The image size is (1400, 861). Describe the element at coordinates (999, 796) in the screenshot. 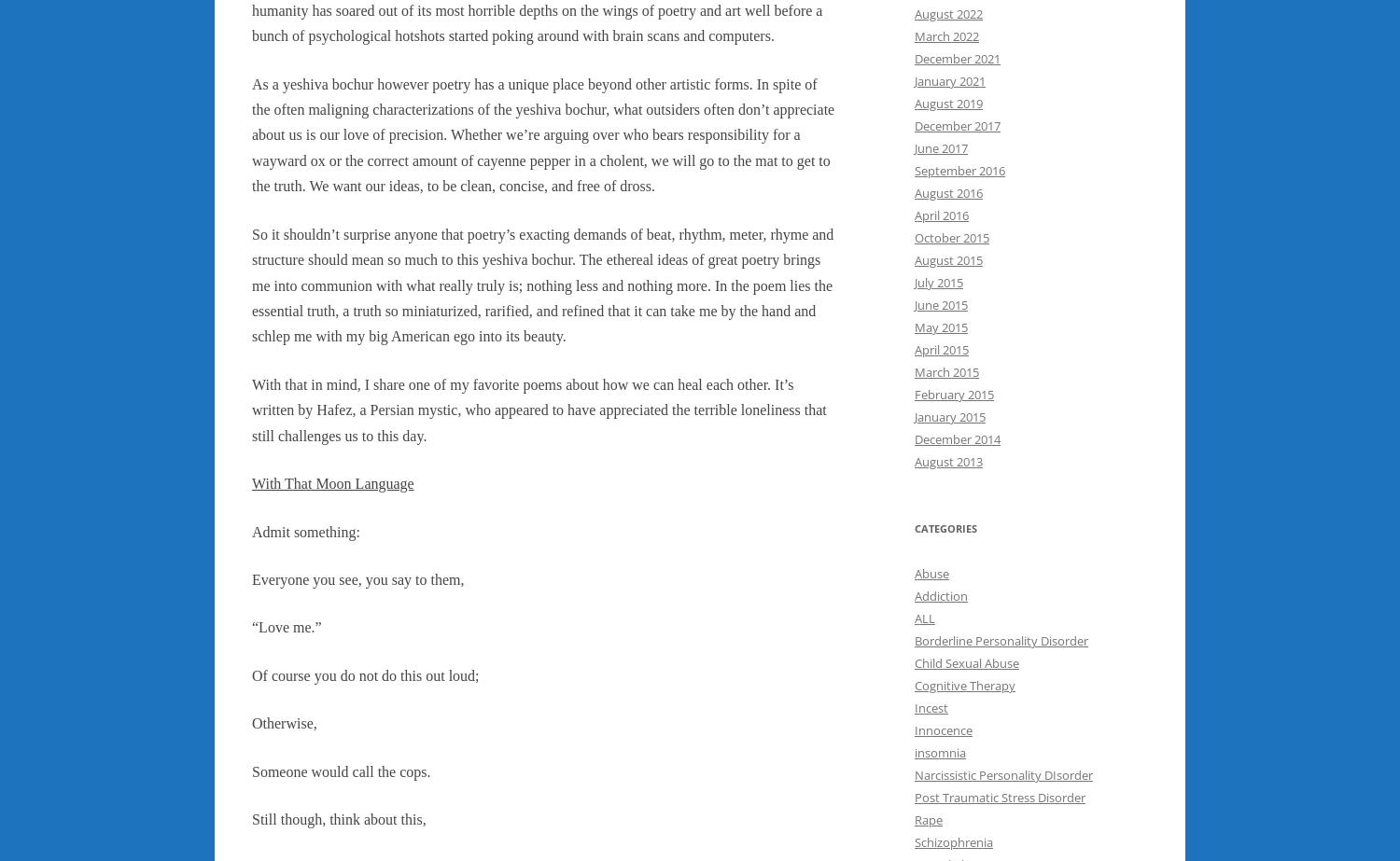

I see `'Post Traumatic Stress Disorder'` at that location.